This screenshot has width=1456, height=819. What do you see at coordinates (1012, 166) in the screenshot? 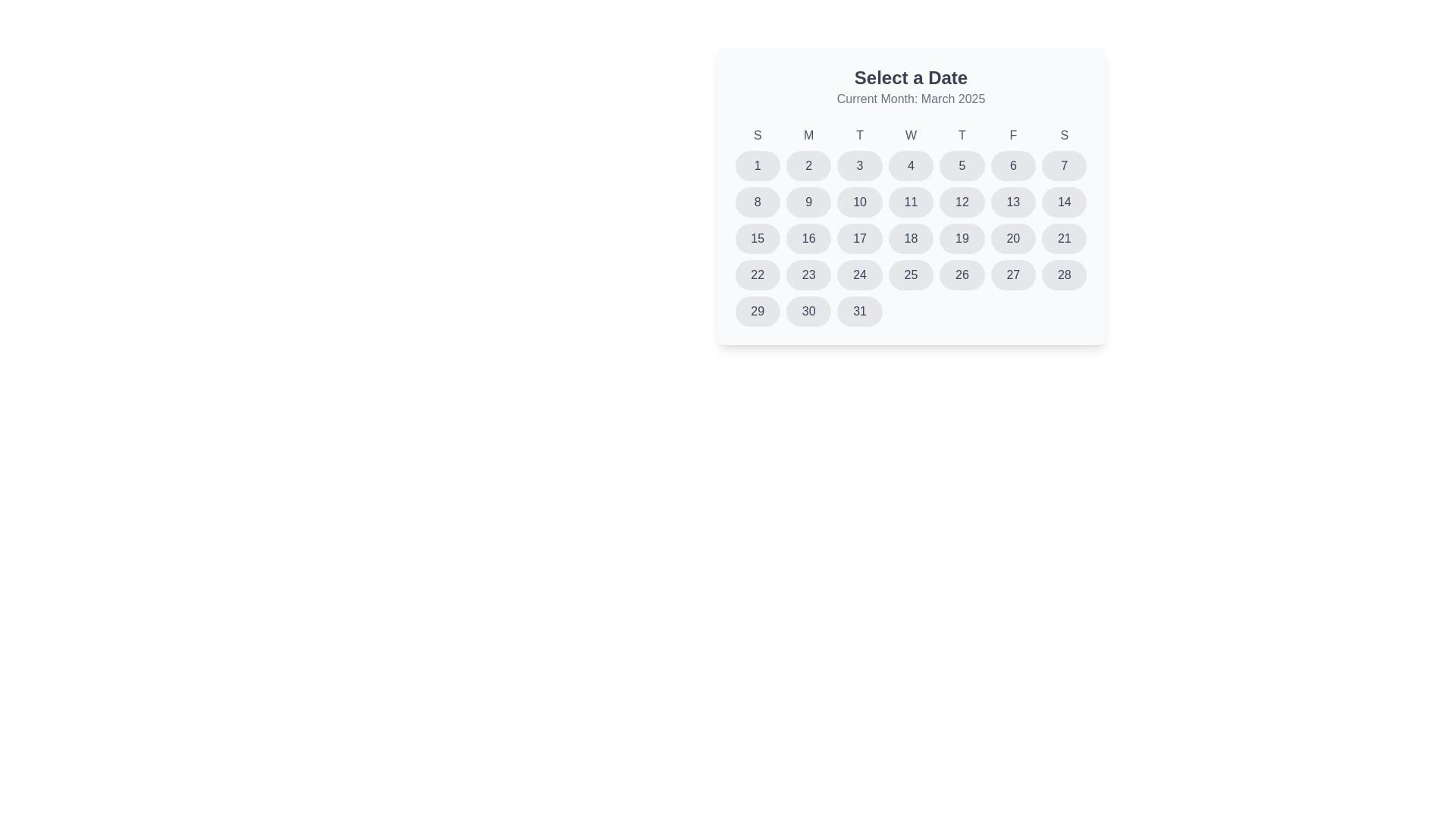
I see `the button representing the 6th day of the month in the calendar interface, located in the sixth column of the first row under the 'F' label for Friday` at bounding box center [1012, 166].